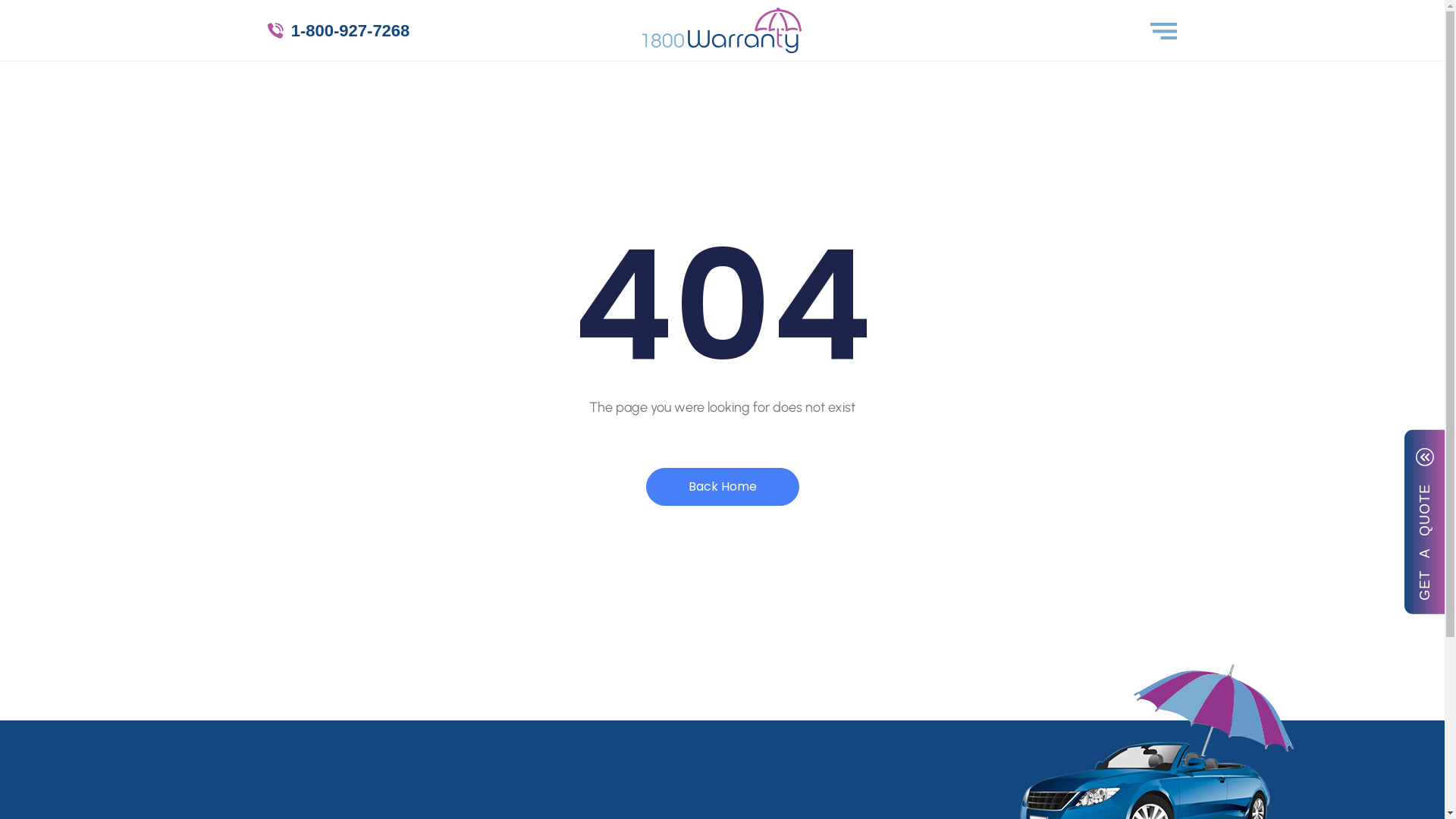  What do you see at coordinates (722, 486) in the screenshot?
I see `'Back Home'` at bounding box center [722, 486].